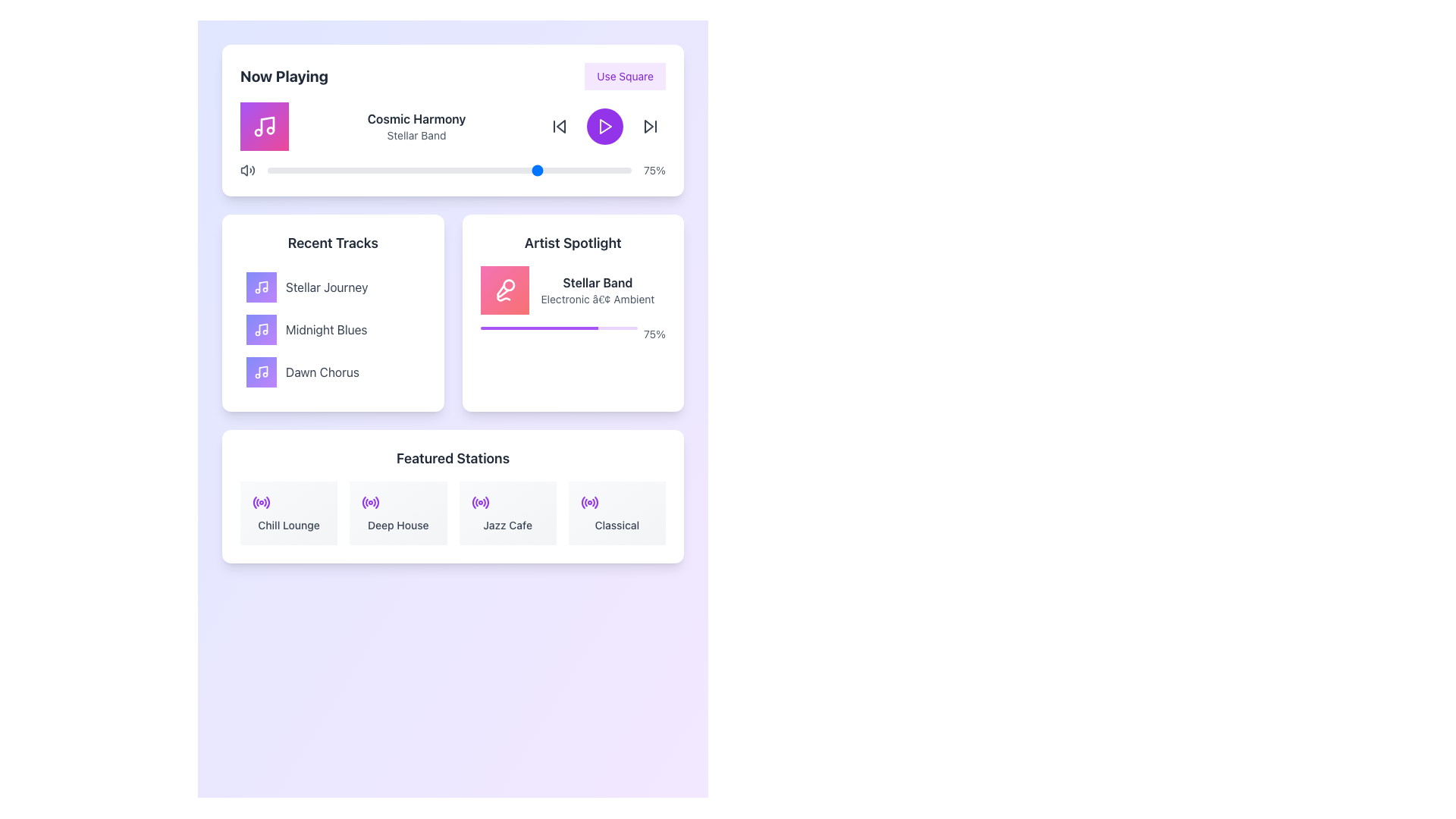 This screenshot has height=819, width=1456. What do you see at coordinates (262, 329) in the screenshot?
I see `the music note icon located in the 'Recent Tracks' section, which is the second element in the vertical list and is near the text labeled 'Midnight Blues'` at bounding box center [262, 329].